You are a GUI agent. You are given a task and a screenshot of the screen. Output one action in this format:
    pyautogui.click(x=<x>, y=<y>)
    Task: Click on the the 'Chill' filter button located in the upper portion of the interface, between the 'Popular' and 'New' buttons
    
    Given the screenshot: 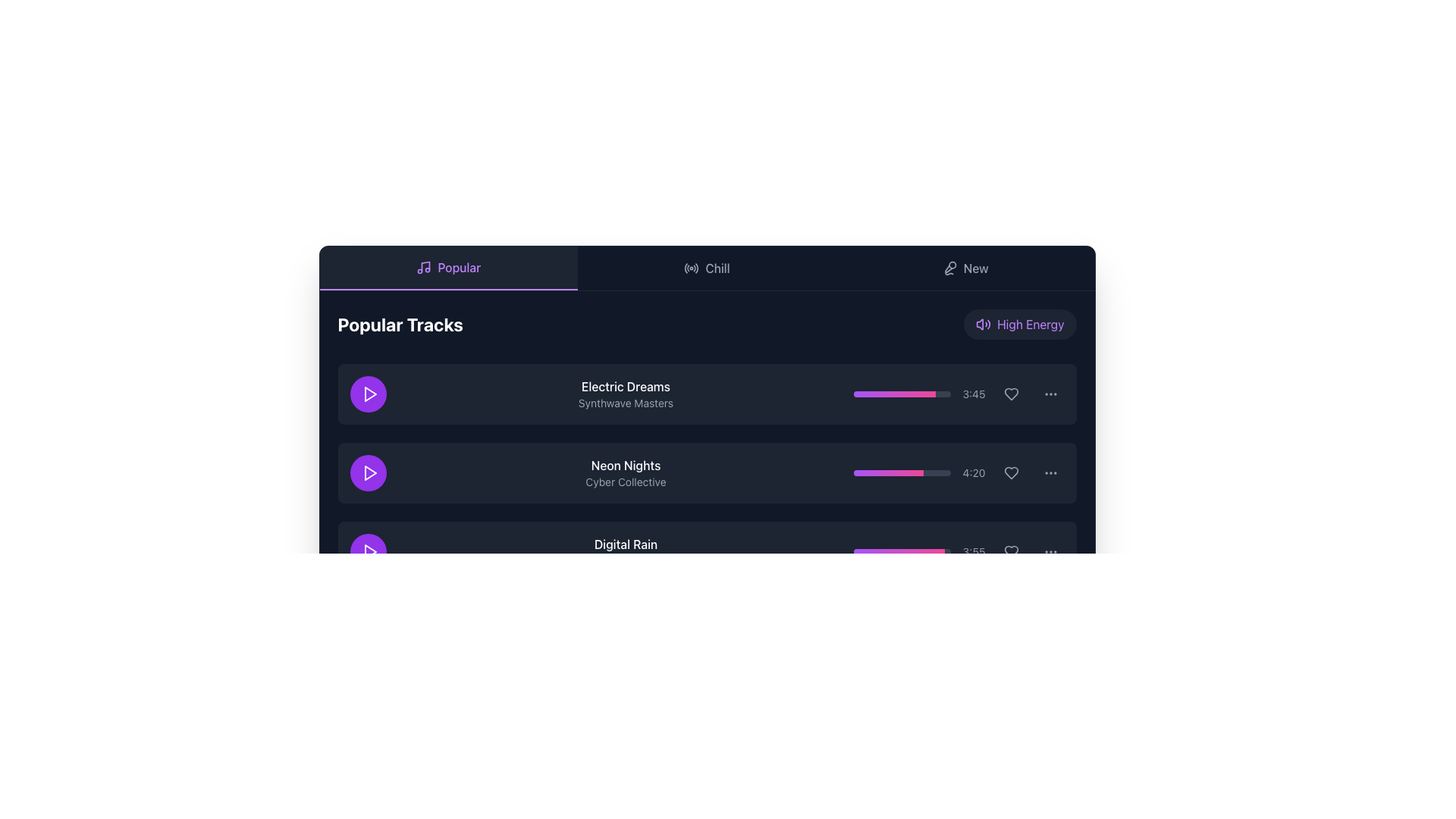 What is the action you would take?
    pyautogui.click(x=706, y=268)
    